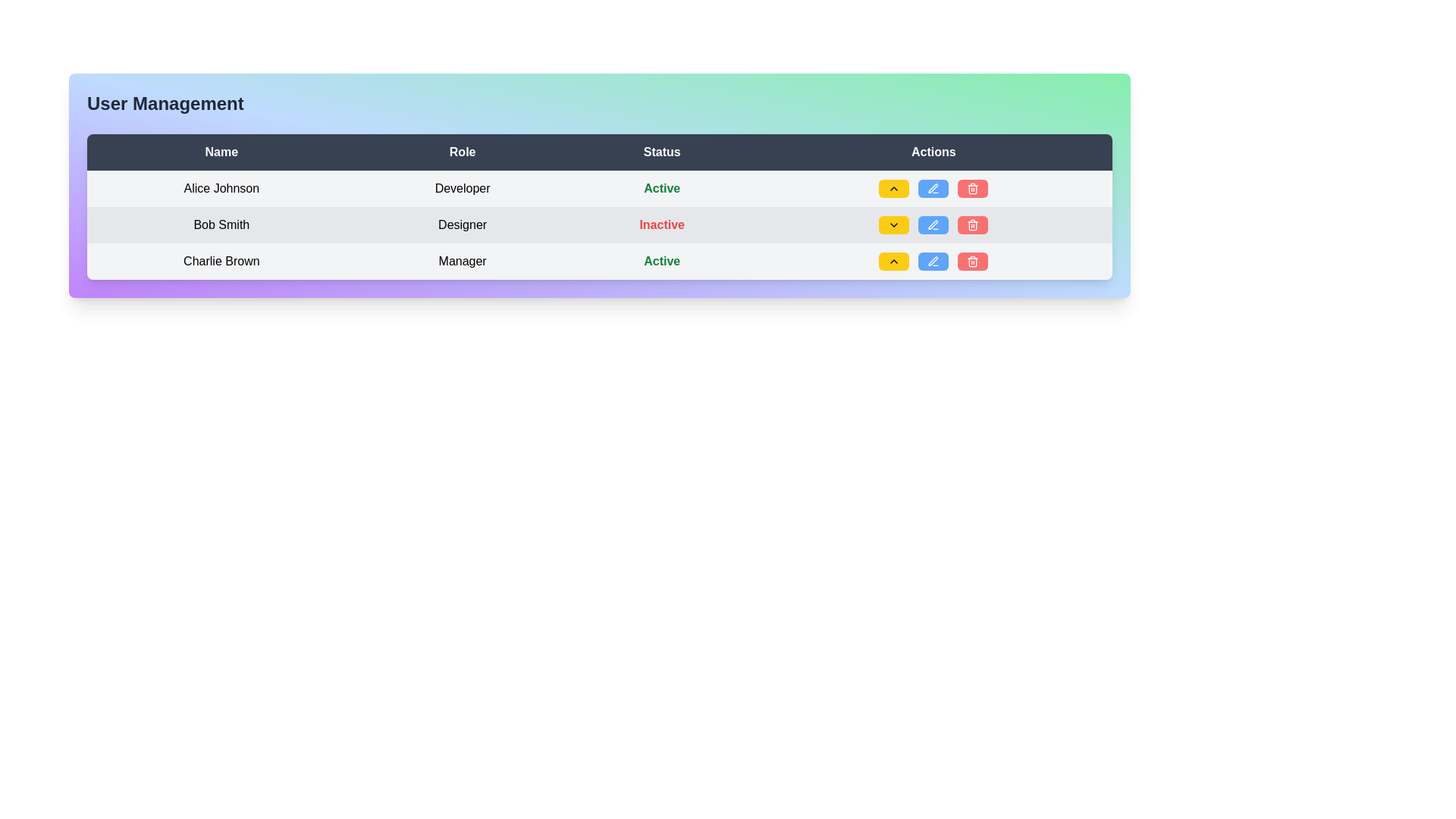 Image resolution: width=1456 pixels, height=819 pixels. What do you see at coordinates (933, 188) in the screenshot?
I see `the blue button with a pen icon in the 'Actions' column of the user management table associated with 'Bob Smith'` at bounding box center [933, 188].